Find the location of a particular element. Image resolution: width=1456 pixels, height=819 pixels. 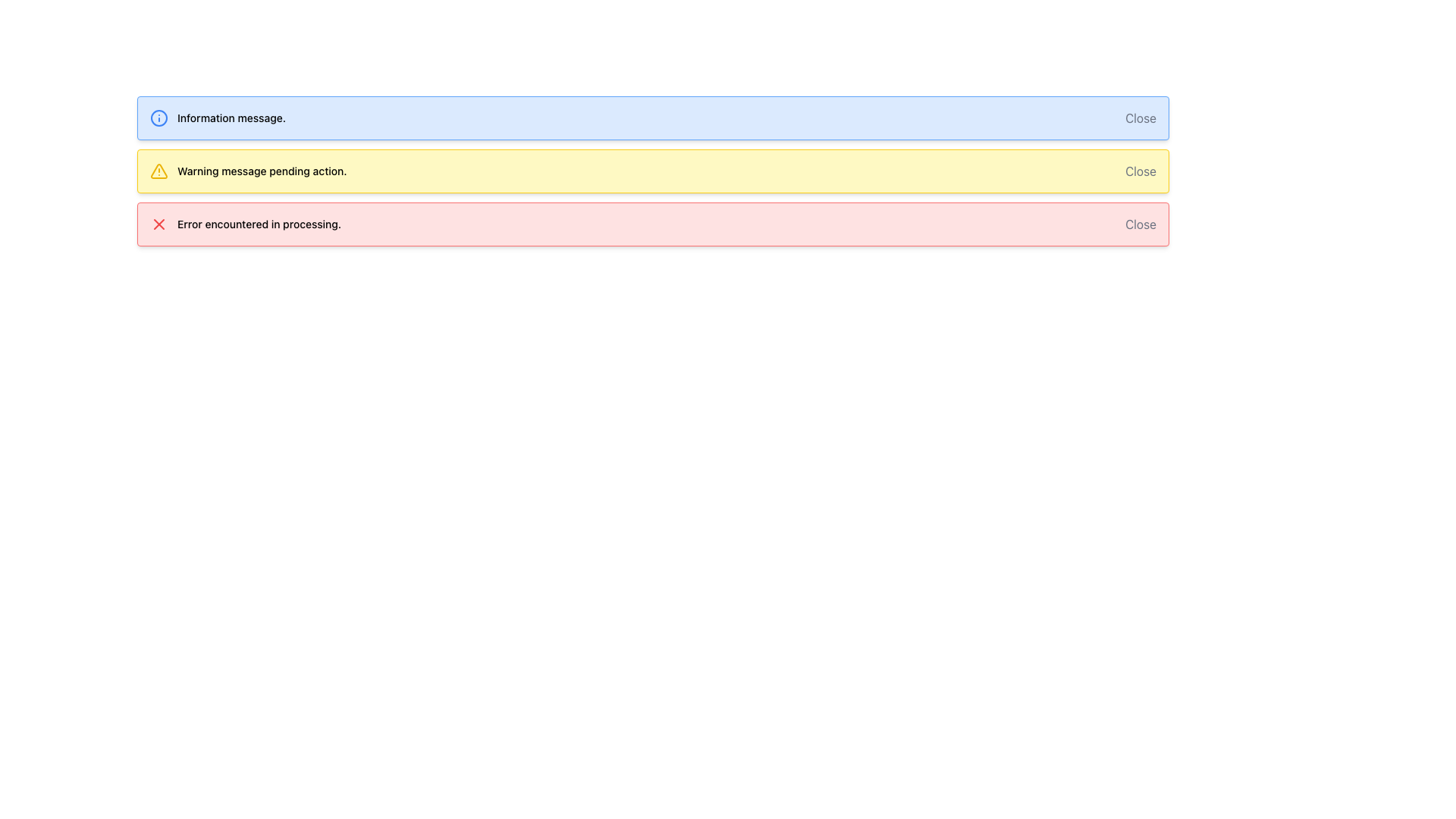

the warning message labeled 'Warning message pending action.' that is styled in a yellow rectangle and positioned between a caution icon and a 'Close' button is located at coordinates (262, 171).